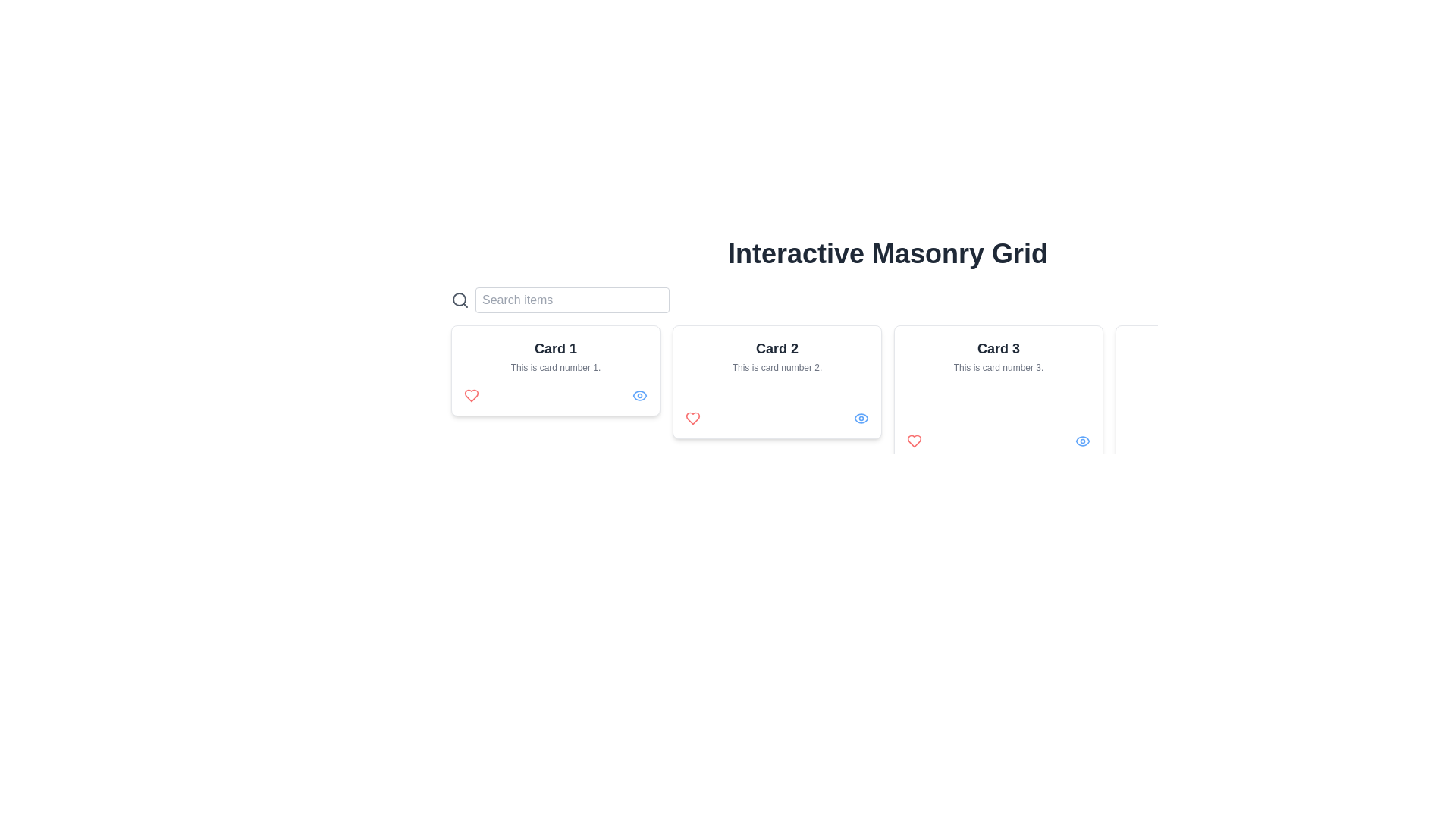 Image resolution: width=1456 pixels, height=819 pixels. I want to click on the magnifying glass icon located at the left side of the search bar near the top-left of the interface, so click(458, 299).